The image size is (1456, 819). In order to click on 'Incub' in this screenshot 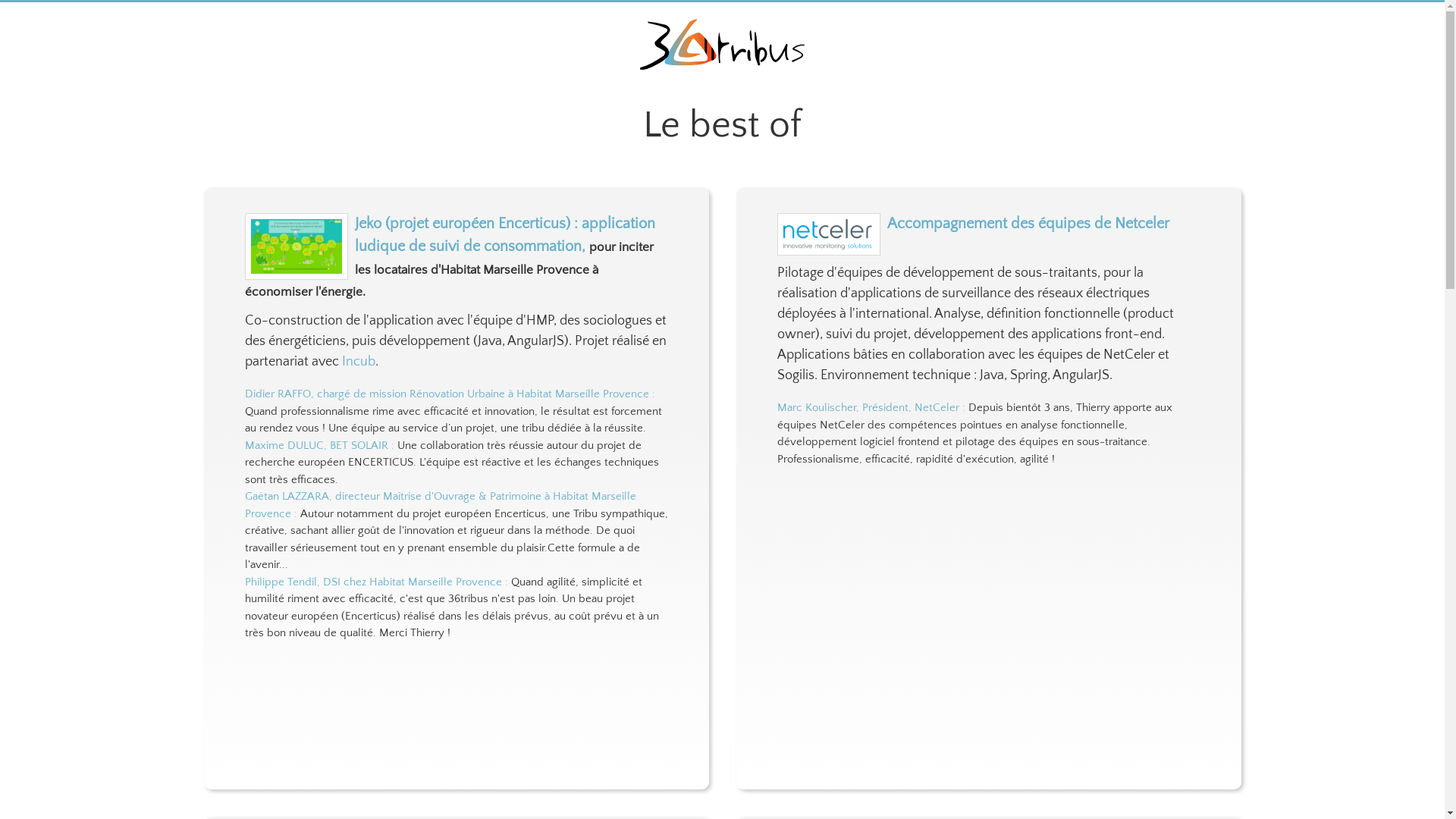, I will do `click(356, 362)`.